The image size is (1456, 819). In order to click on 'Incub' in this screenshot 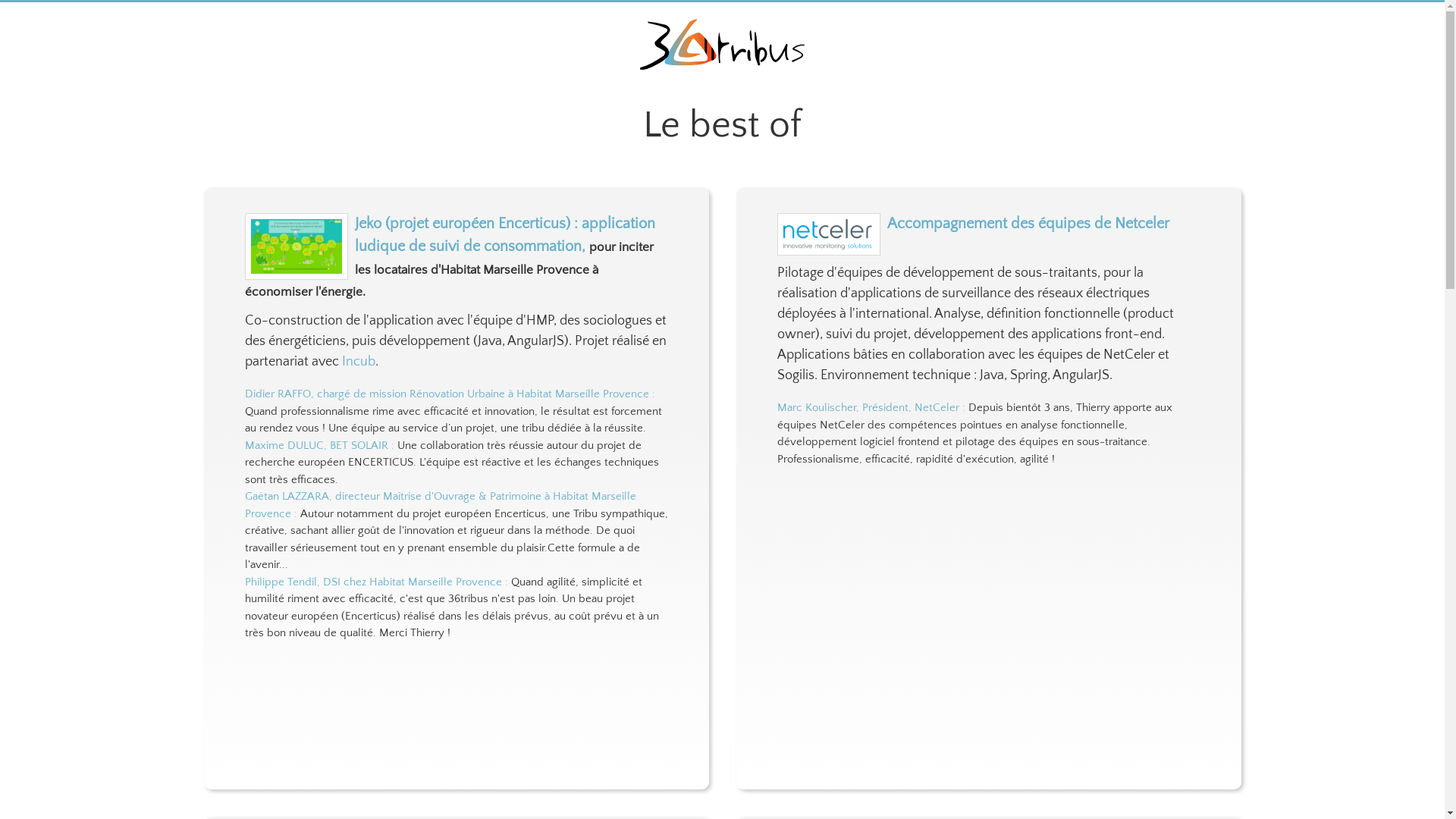, I will do `click(356, 362)`.